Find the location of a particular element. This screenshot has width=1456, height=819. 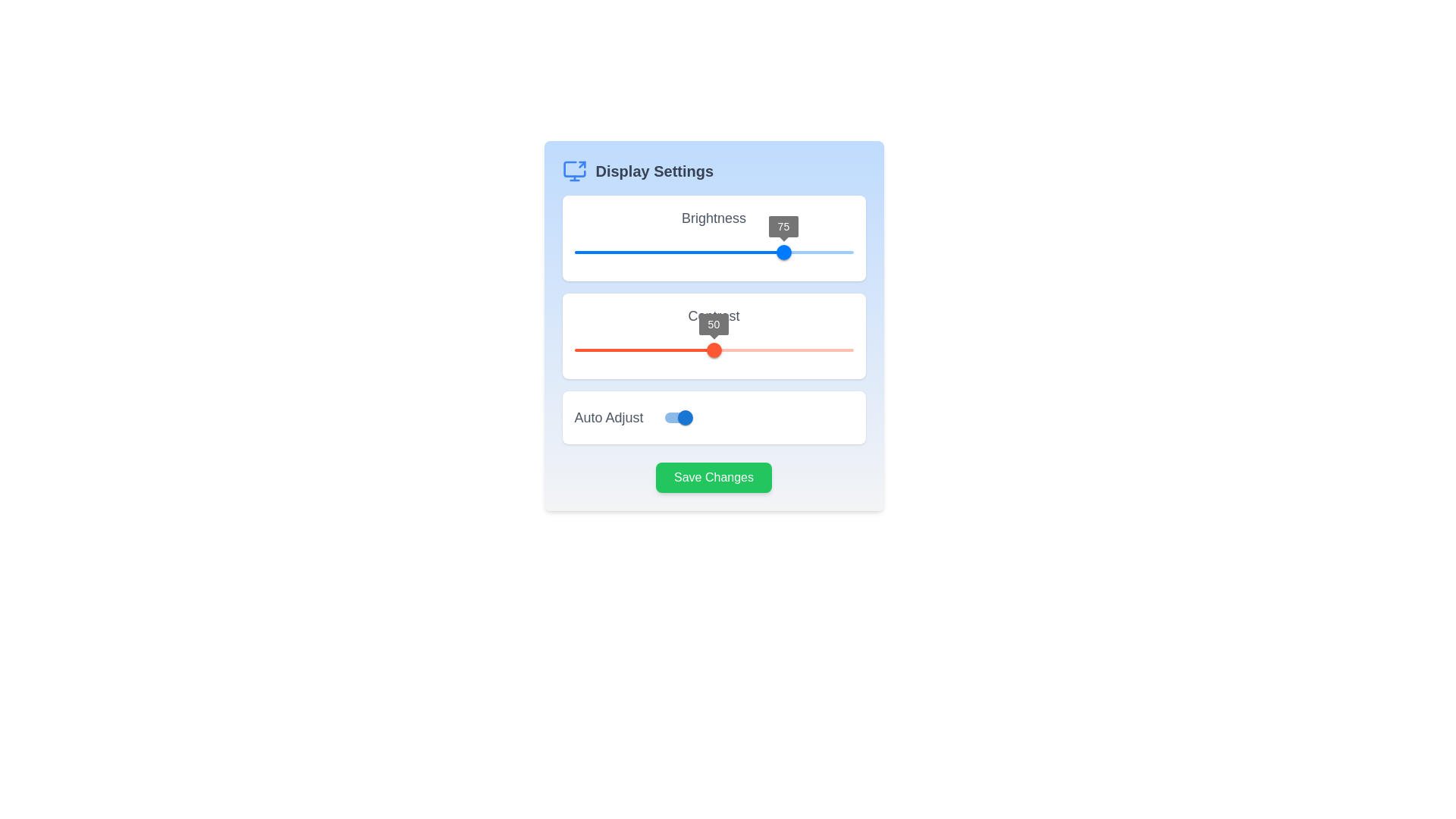

the contrast is located at coordinates (756, 350).